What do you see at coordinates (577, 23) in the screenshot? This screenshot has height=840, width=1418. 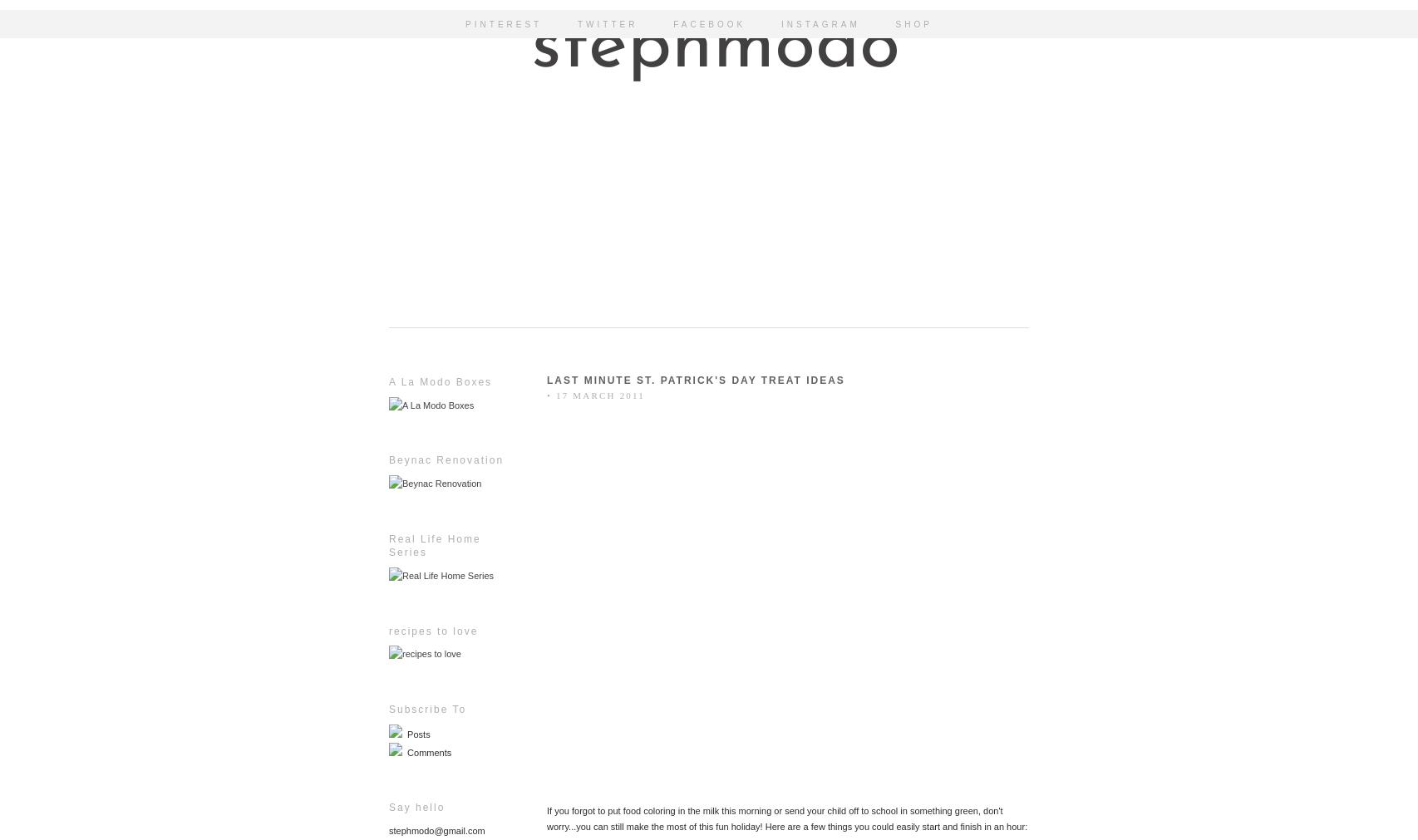 I see `'TWITTER'` at bounding box center [577, 23].